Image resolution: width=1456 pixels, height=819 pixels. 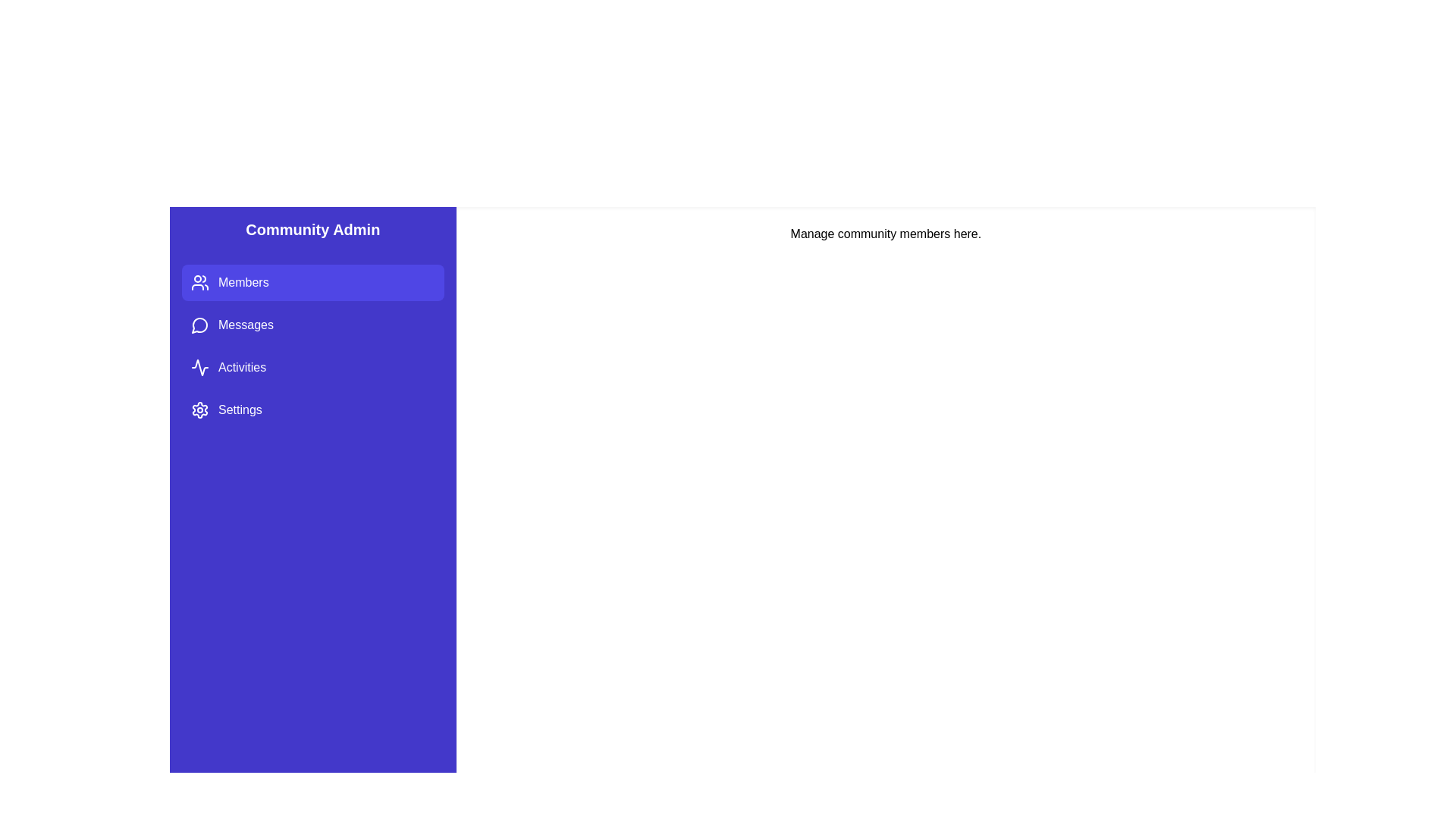 What do you see at coordinates (312, 283) in the screenshot?
I see `the first button in the left sidebar` at bounding box center [312, 283].